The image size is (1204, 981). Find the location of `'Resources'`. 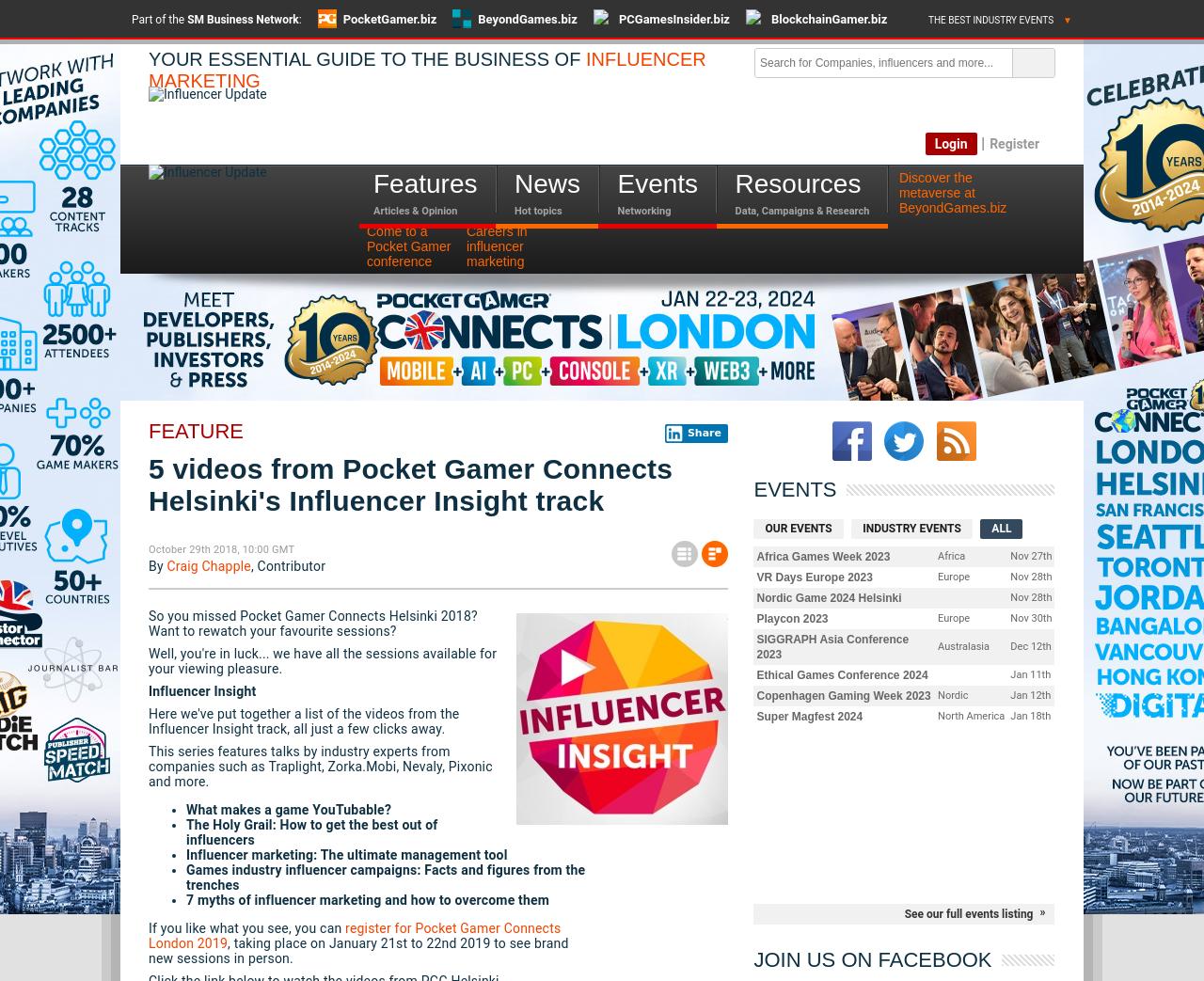

'Resources' is located at coordinates (734, 182).